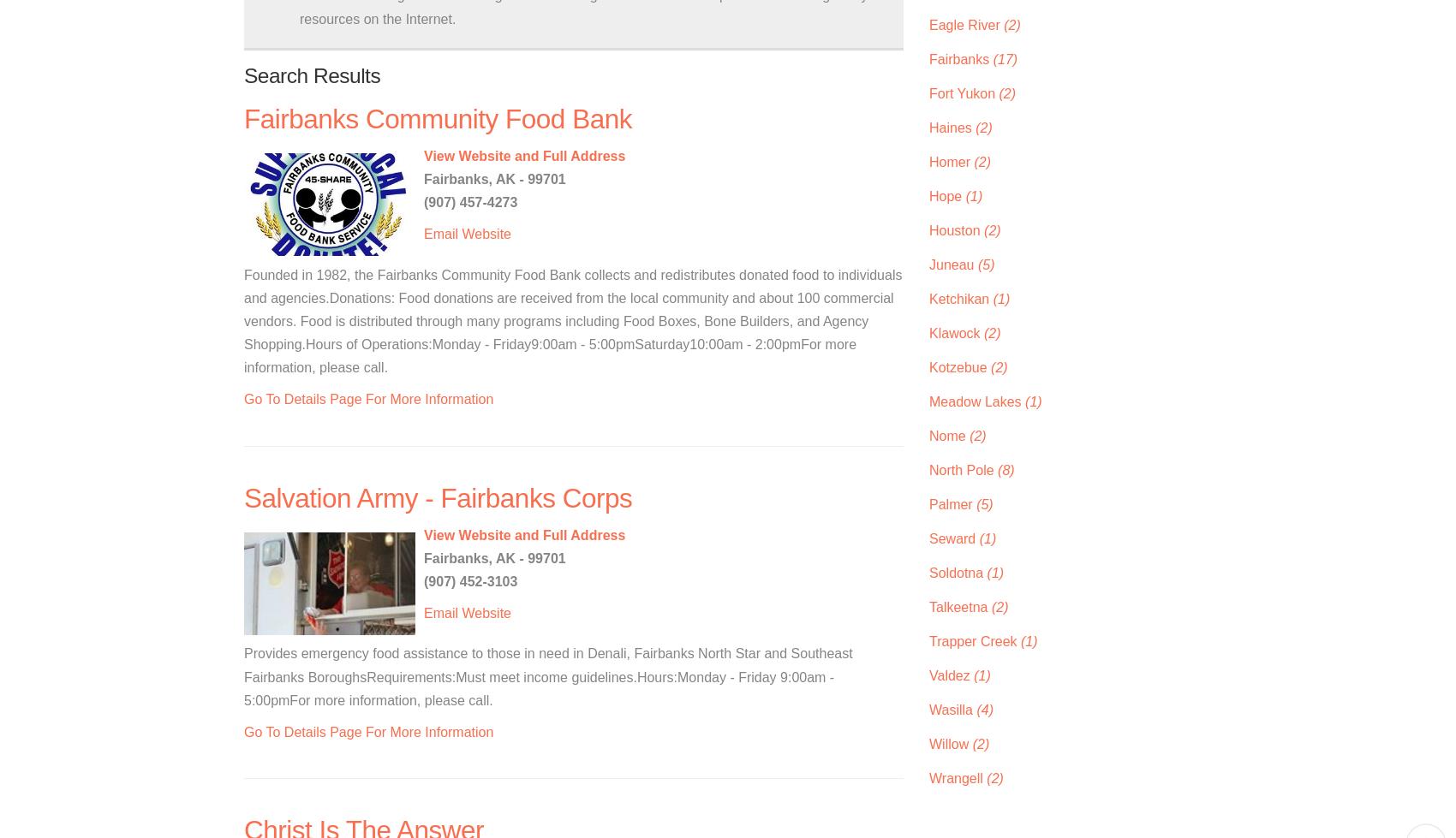 The width and height of the screenshot is (1456, 838). I want to click on 'Seward', so click(954, 537).